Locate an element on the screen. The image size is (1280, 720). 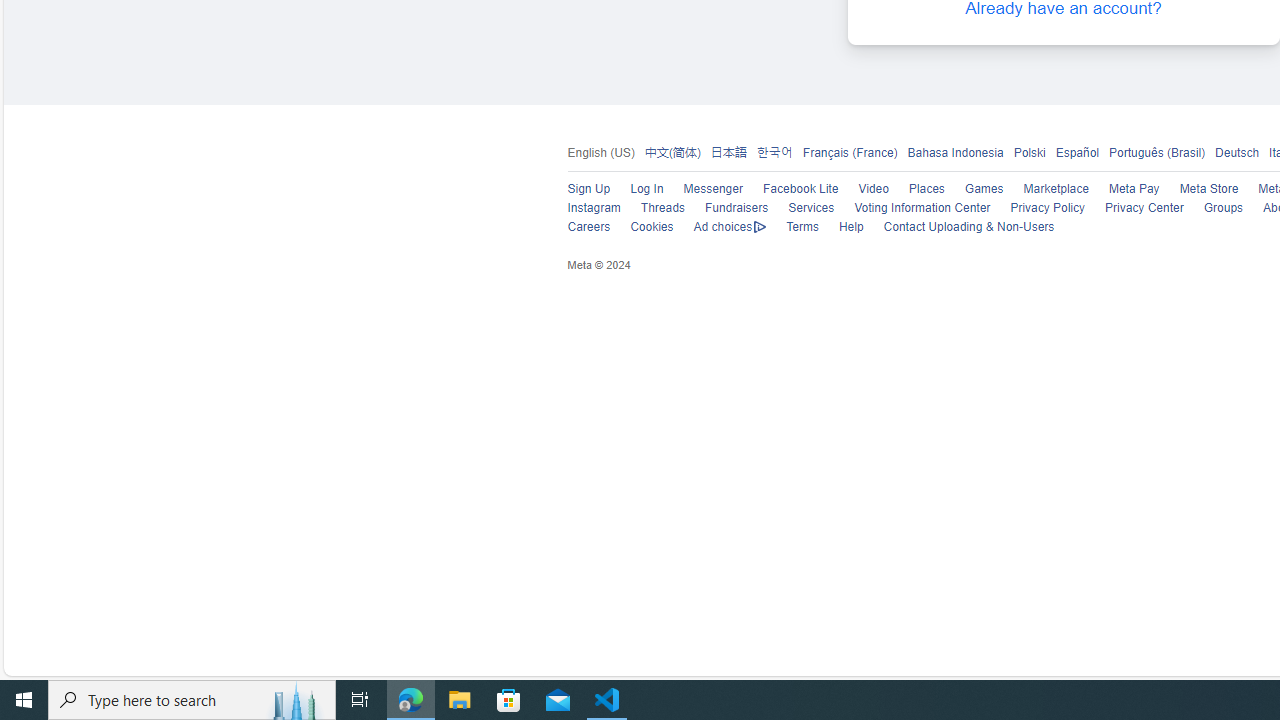
'Meta Store' is located at coordinates (1207, 189).